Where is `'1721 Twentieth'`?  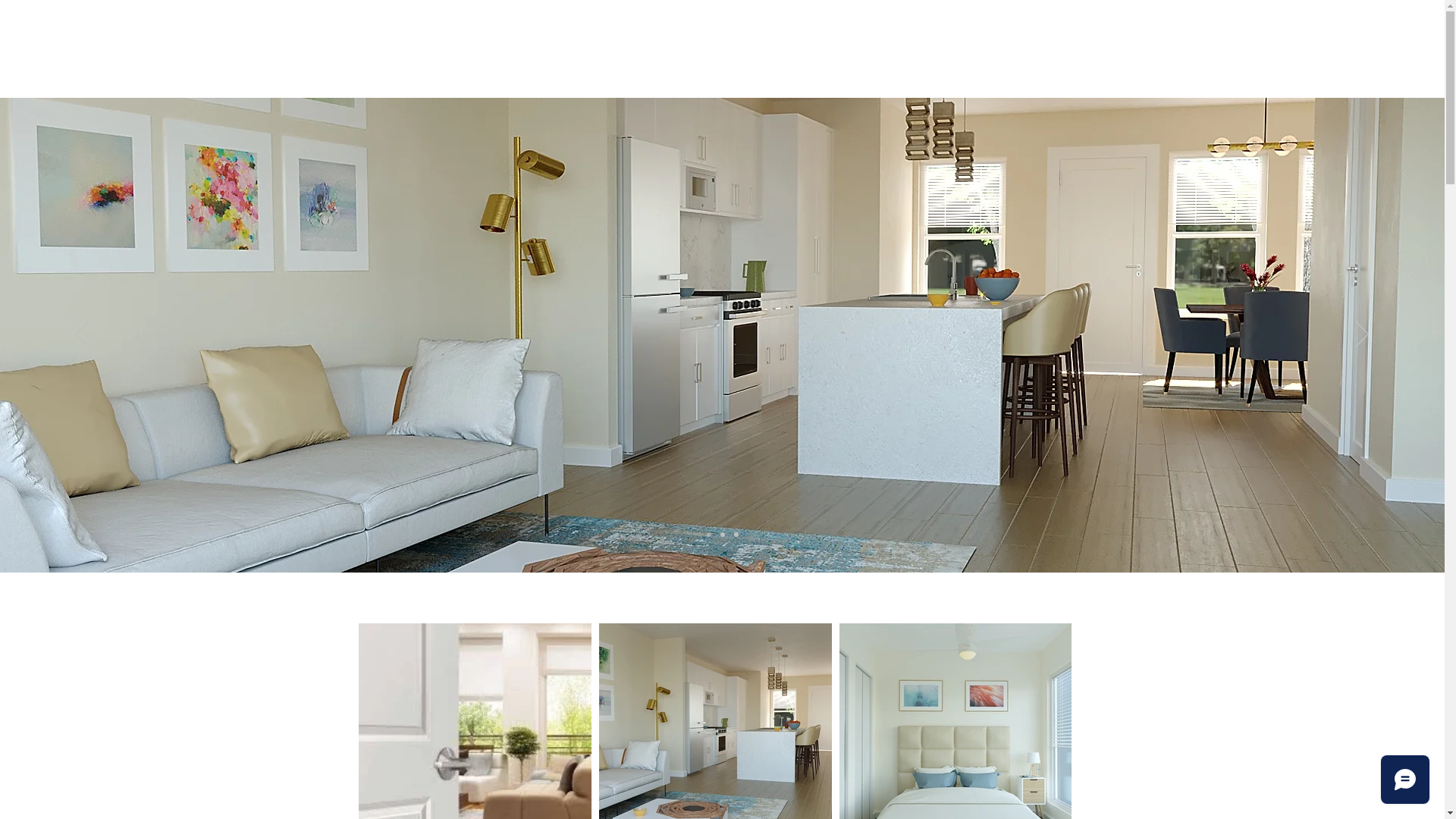
'1721 Twentieth' is located at coordinates (617, 37).